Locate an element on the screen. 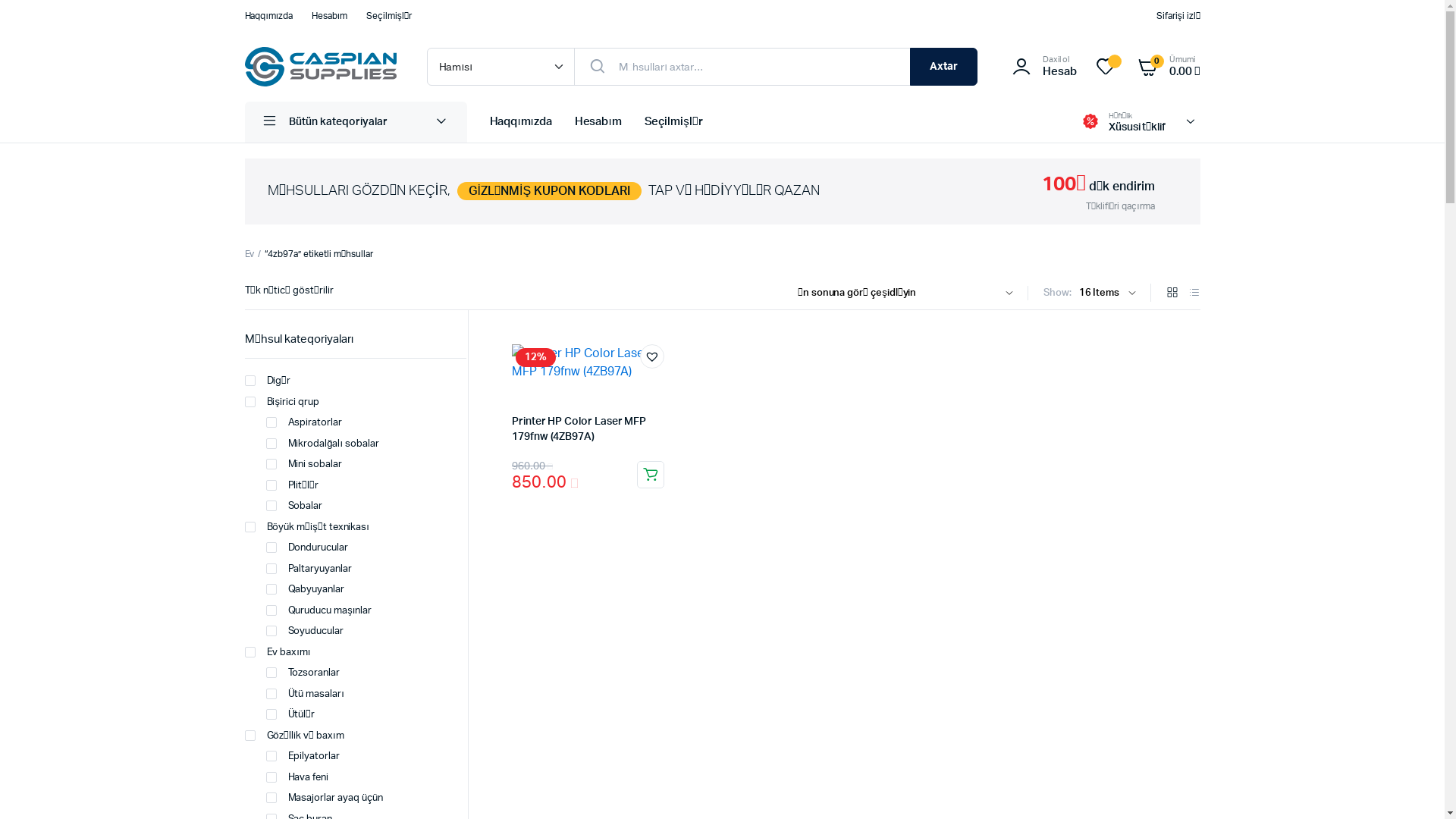 The width and height of the screenshot is (1456, 819). 'Soyuducular' is located at coordinates (303, 632).